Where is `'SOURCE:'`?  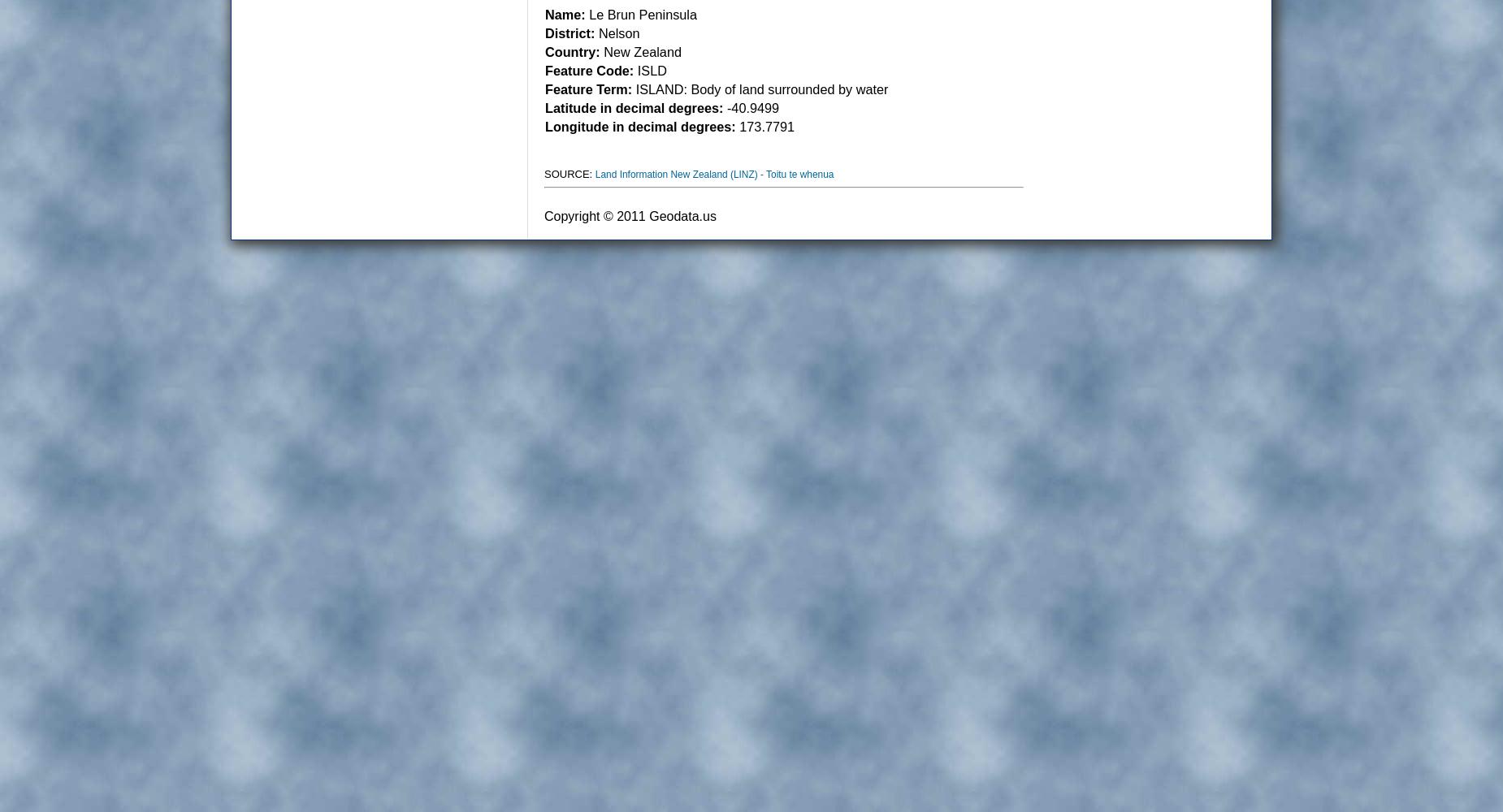 'SOURCE:' is located at coordinates (569, 173).